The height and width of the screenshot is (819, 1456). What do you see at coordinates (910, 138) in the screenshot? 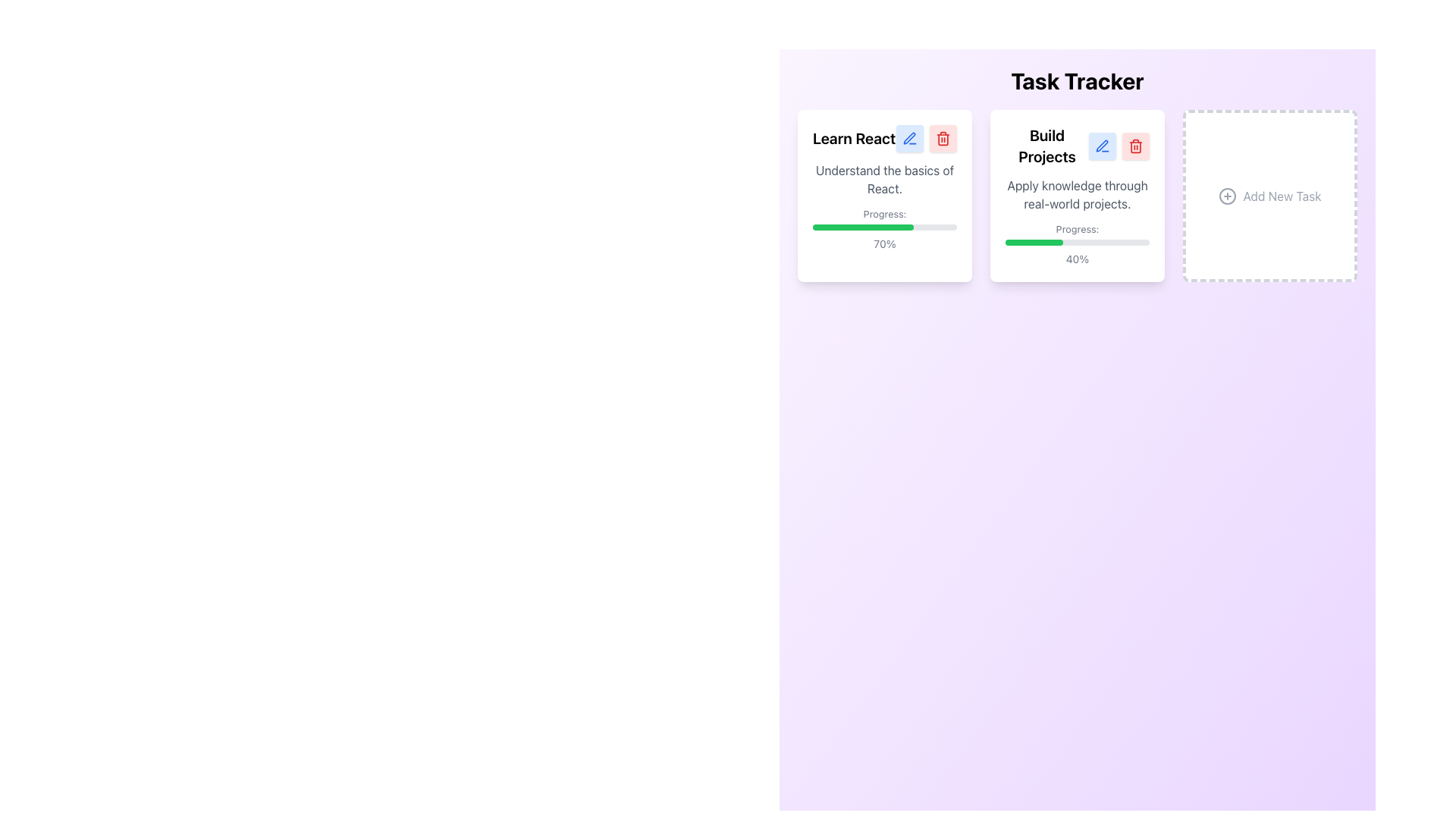
I see `the 'Edit' button located in the top-right corner of the 'Learn React' task card` at bounding box center [910, 138].